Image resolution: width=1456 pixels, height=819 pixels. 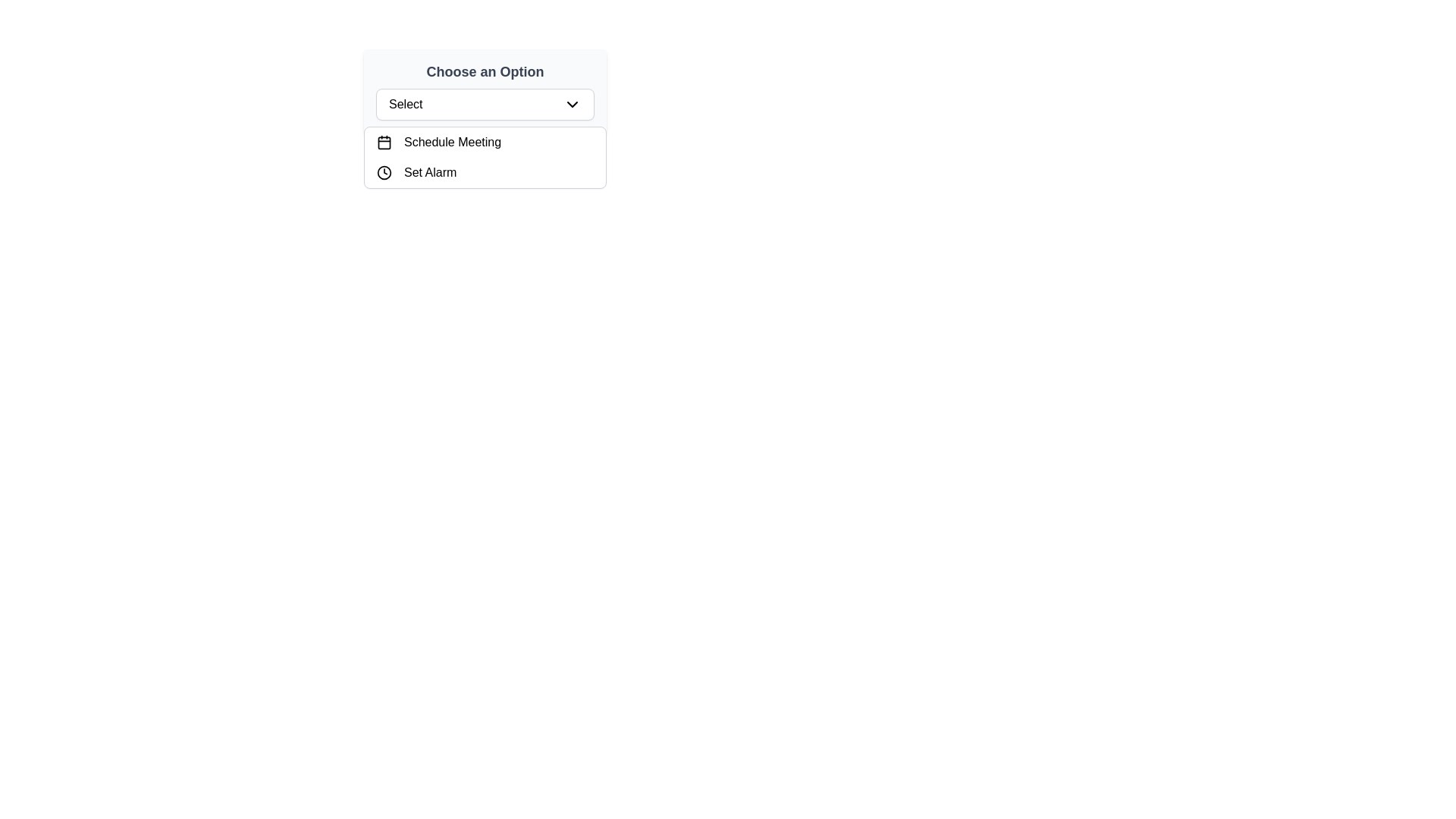 What do you see at coordinates (571, 104) in the screenshot?
I see `the downward-pointing chevron icon inside the 'Select' button to trigger visual feedback` at bounding box center [571, 104].